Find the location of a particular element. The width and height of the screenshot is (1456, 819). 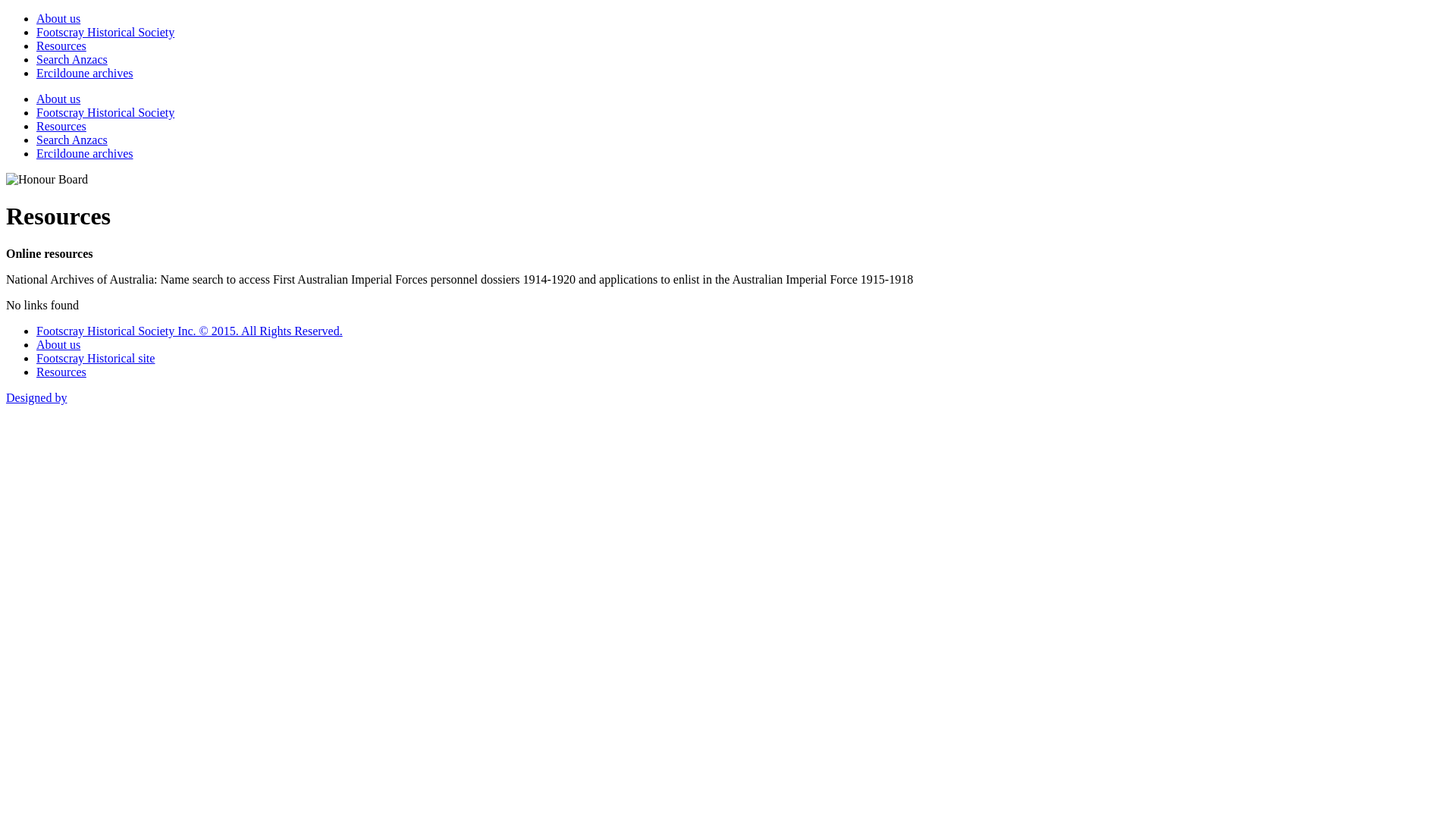

'Search Anzacs' is located at coordinates (71, 140).